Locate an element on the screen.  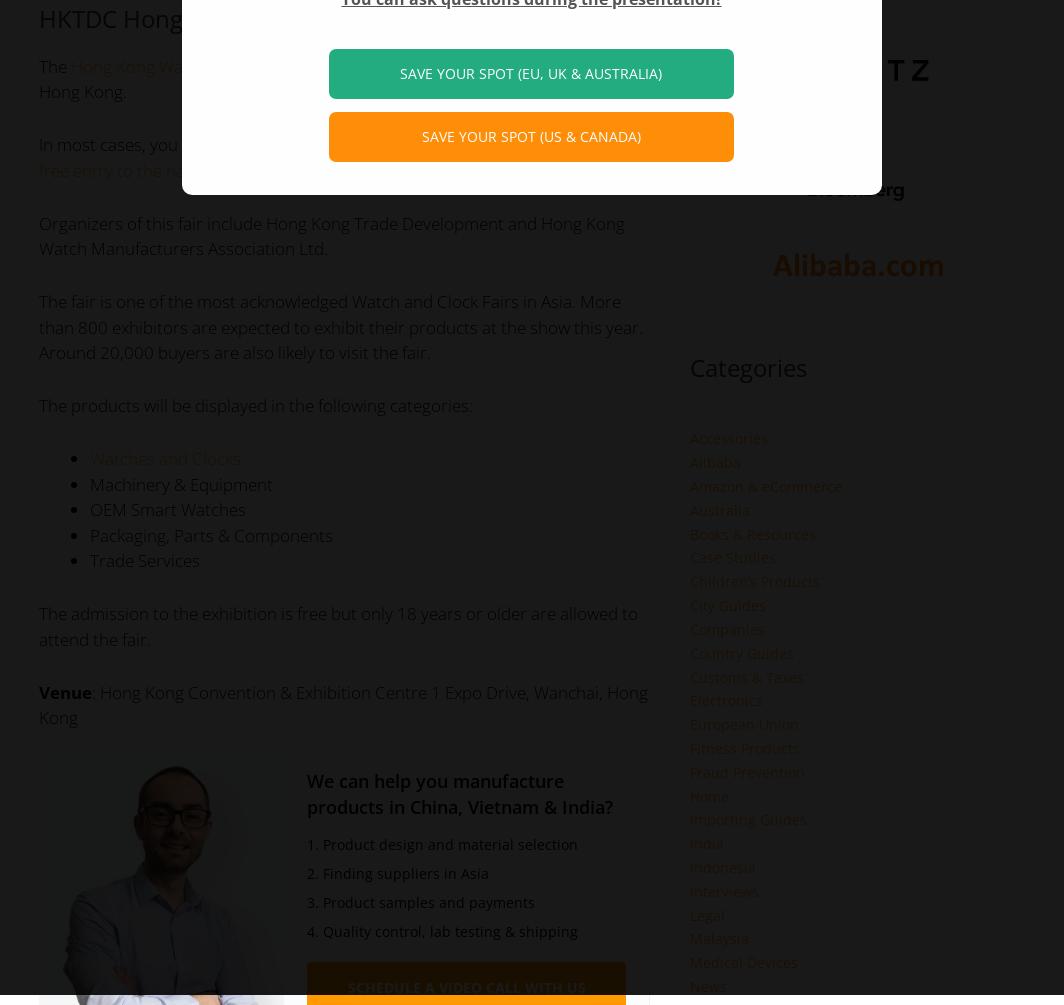
'European Union' is located at coordinates (743, 724).